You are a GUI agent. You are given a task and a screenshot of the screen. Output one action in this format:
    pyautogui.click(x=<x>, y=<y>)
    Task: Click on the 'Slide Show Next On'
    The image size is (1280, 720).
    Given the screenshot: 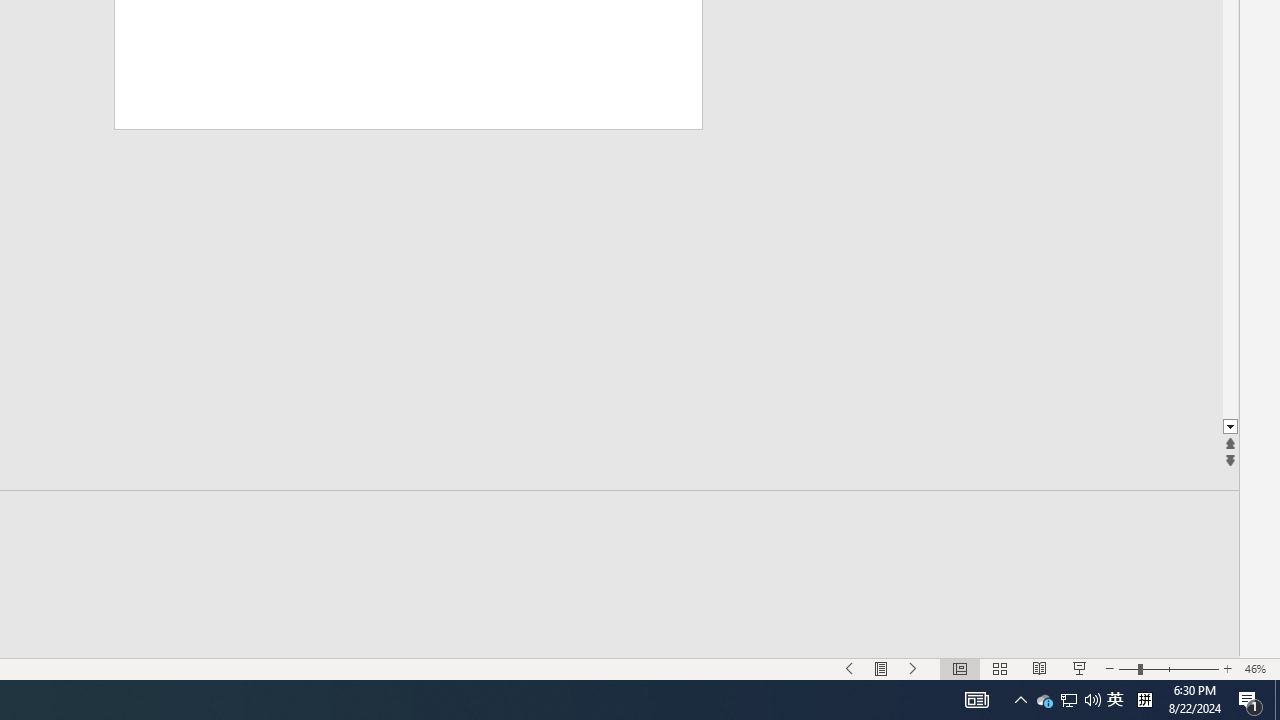 What is the action you would take?
    pyautogui.click(x=913, y=669)
    